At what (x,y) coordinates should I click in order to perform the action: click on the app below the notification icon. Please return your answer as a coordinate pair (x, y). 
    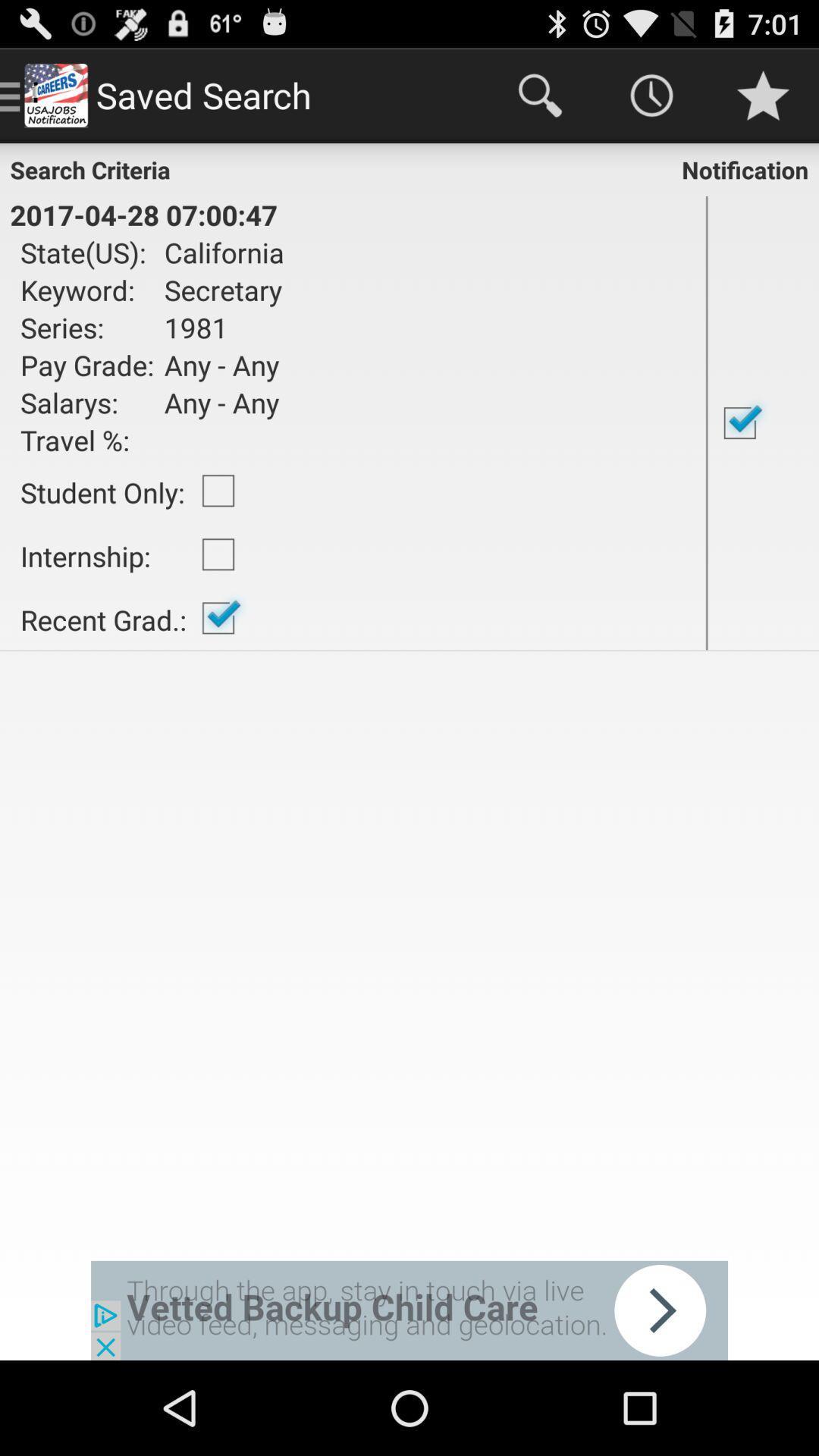
    Looking at the image, I should click on (763, 422).